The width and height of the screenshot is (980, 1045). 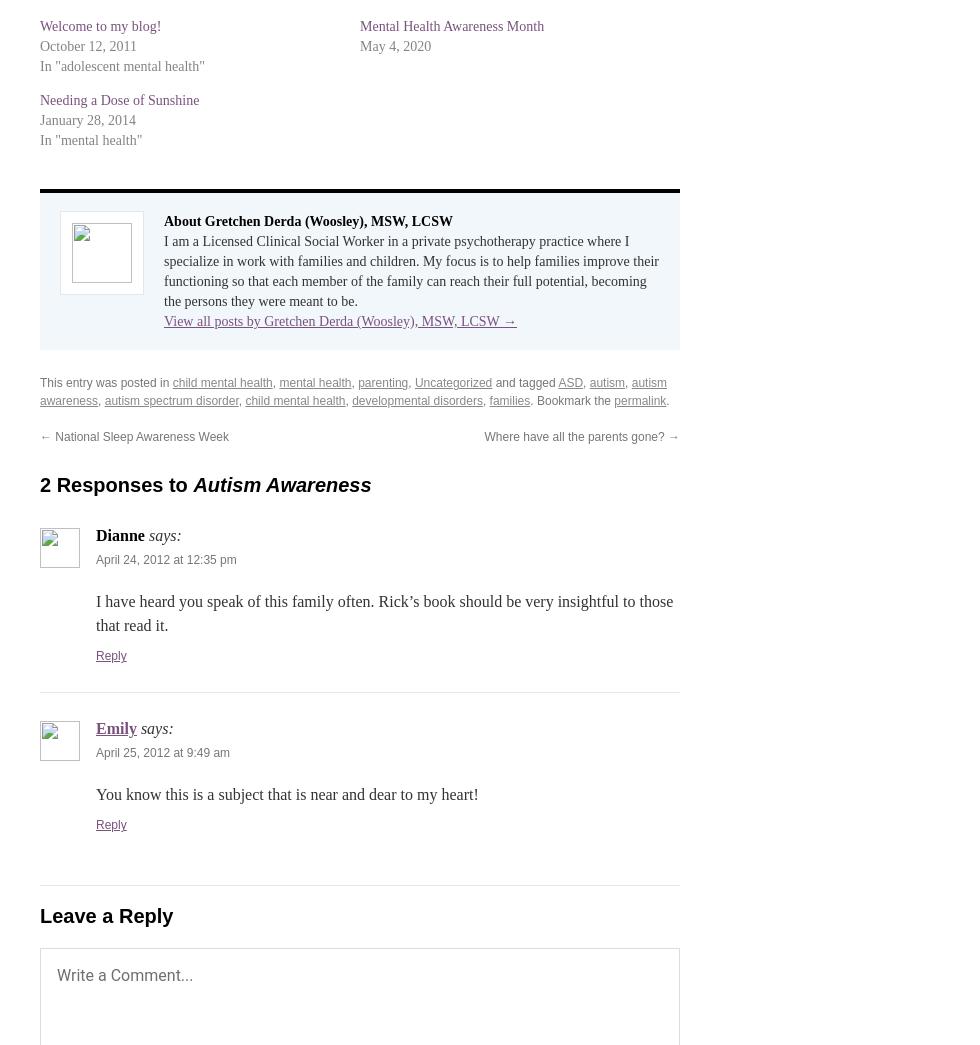 I want to click on 'I have heard you speak of this family often. Rick’s book should be very insightful to those that read it.', so click(x=384, y=612).